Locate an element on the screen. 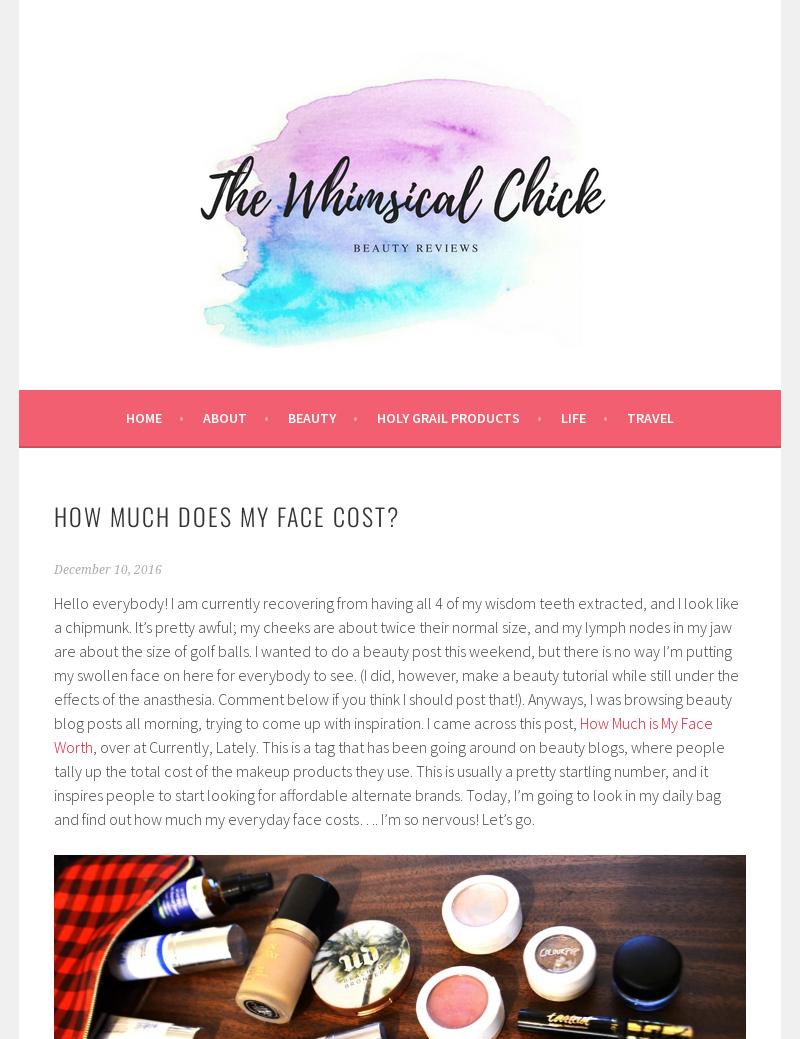  ', over at Currently, Lately. This is a tag that has been going around on beauty blogs, where people tally up the total cost of the makeup products they use. This is usually a pretty startling number, and it inspires people to start looking for affordable alternate brands. Today, I’m going to look in my daily bag and find out how much my everyday face costs…. I’m so nervous! Let’s go.' is located at coordinates (388, 780).